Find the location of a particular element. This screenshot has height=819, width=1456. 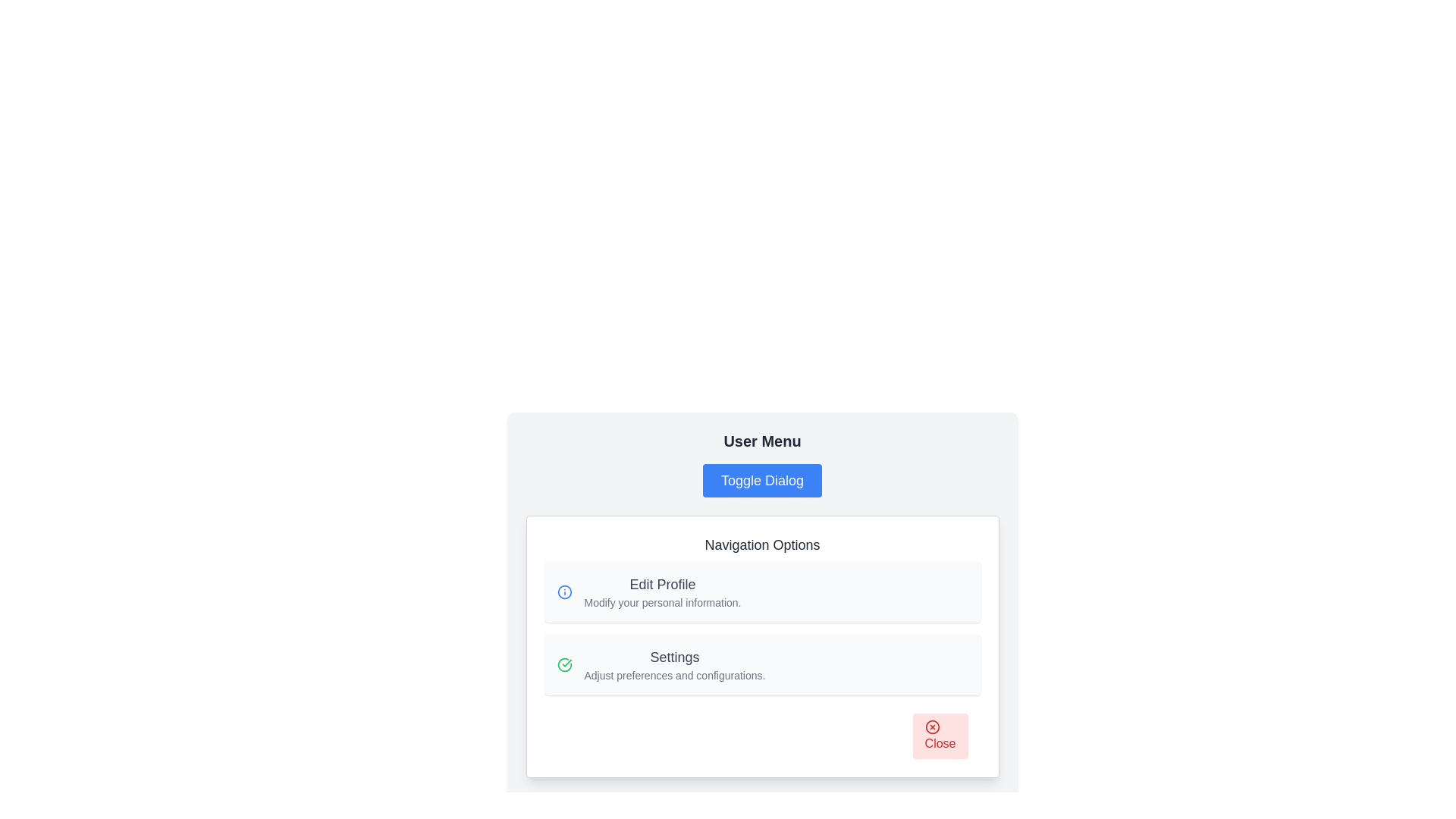

the Text label that serves as a title for the profile editing feature, located at the top section of the options list under 'Navigation Options' is located at coordinates (662, 584).